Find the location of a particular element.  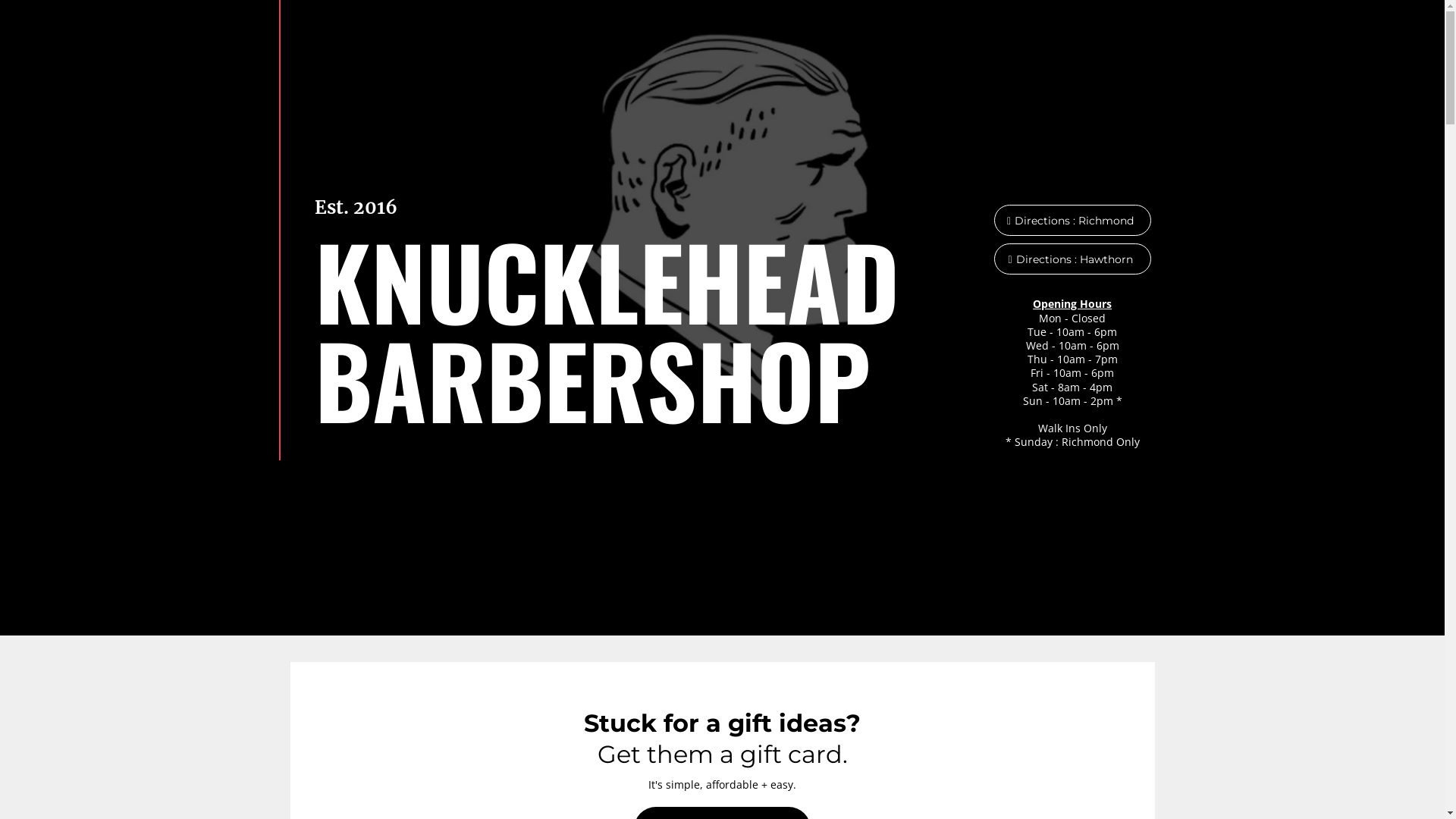

'Directions : Richmond' is located at coordinates (1072, 220).